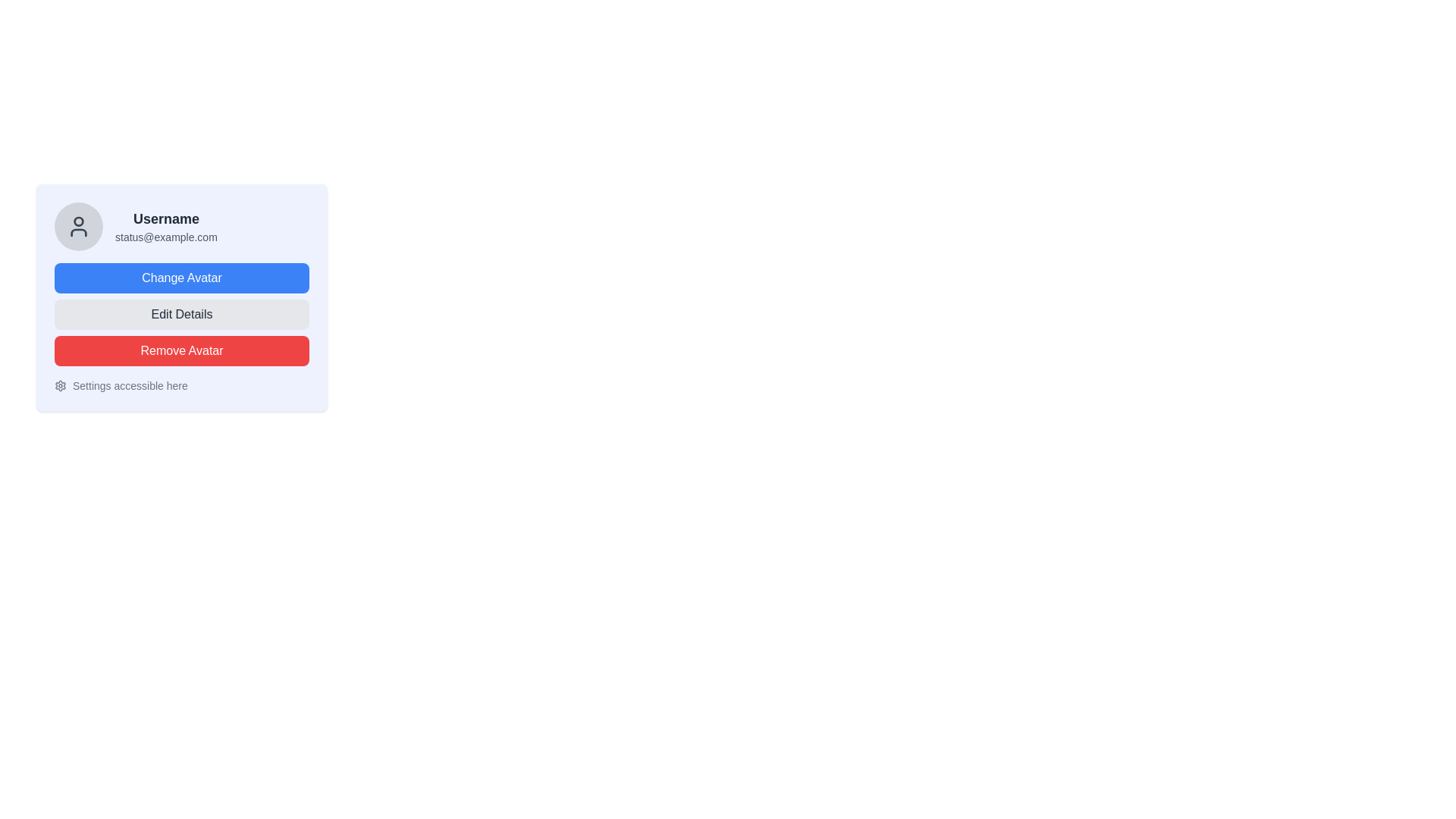 Image resolution: width=1456 pixels, height=819 pixels. What do you see at coordinates (182, 278) in the screenshot?
I see `the 'Change Avatar' button, which is a blue rectangular button with white text located below the user profile section` at bounding box center [182, 278].